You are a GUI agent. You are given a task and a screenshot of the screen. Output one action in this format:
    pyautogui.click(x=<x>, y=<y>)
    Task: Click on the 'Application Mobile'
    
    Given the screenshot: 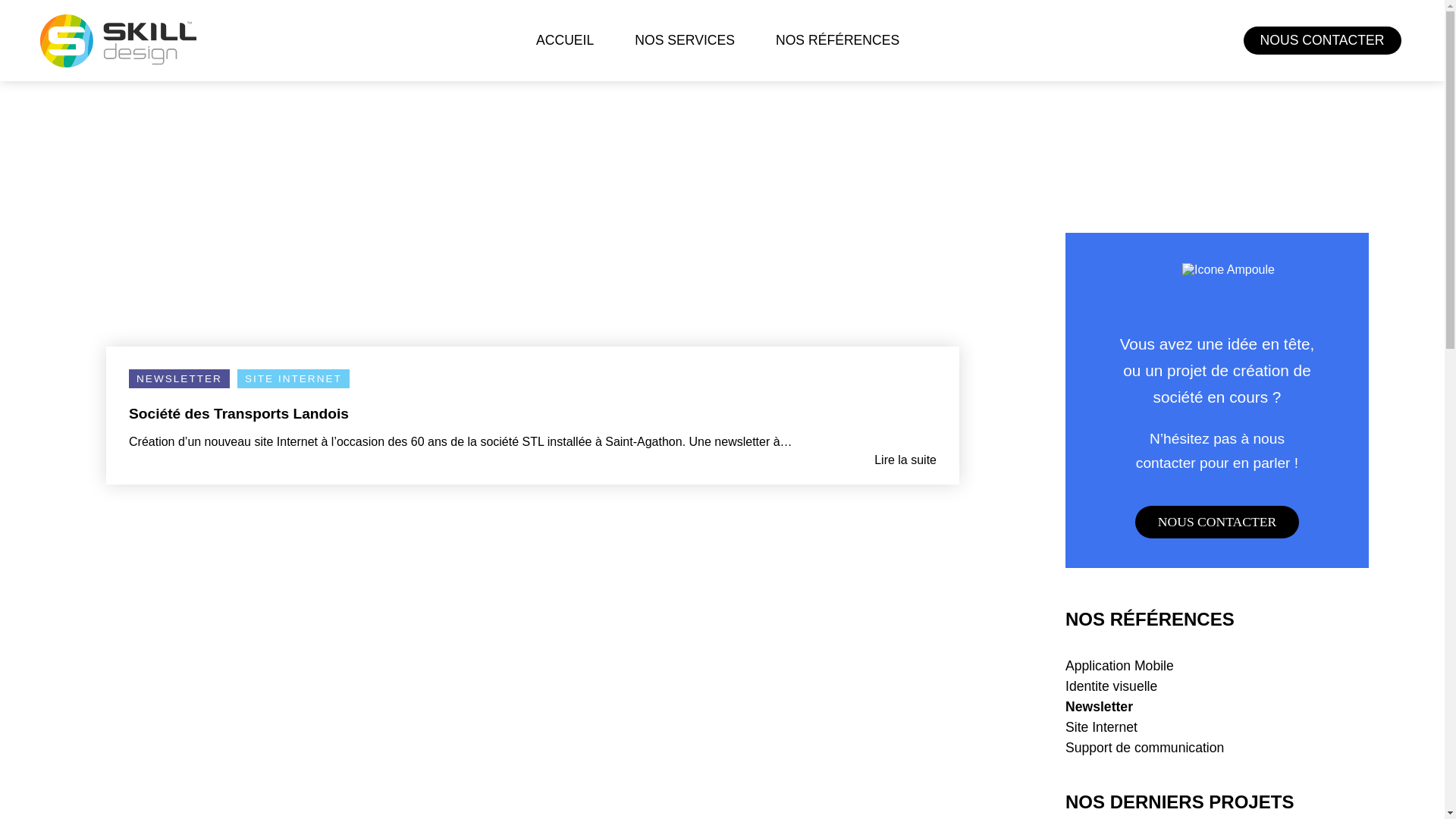 What is the action you would take?
    pyautogui.click(x=1119, y=665)
    